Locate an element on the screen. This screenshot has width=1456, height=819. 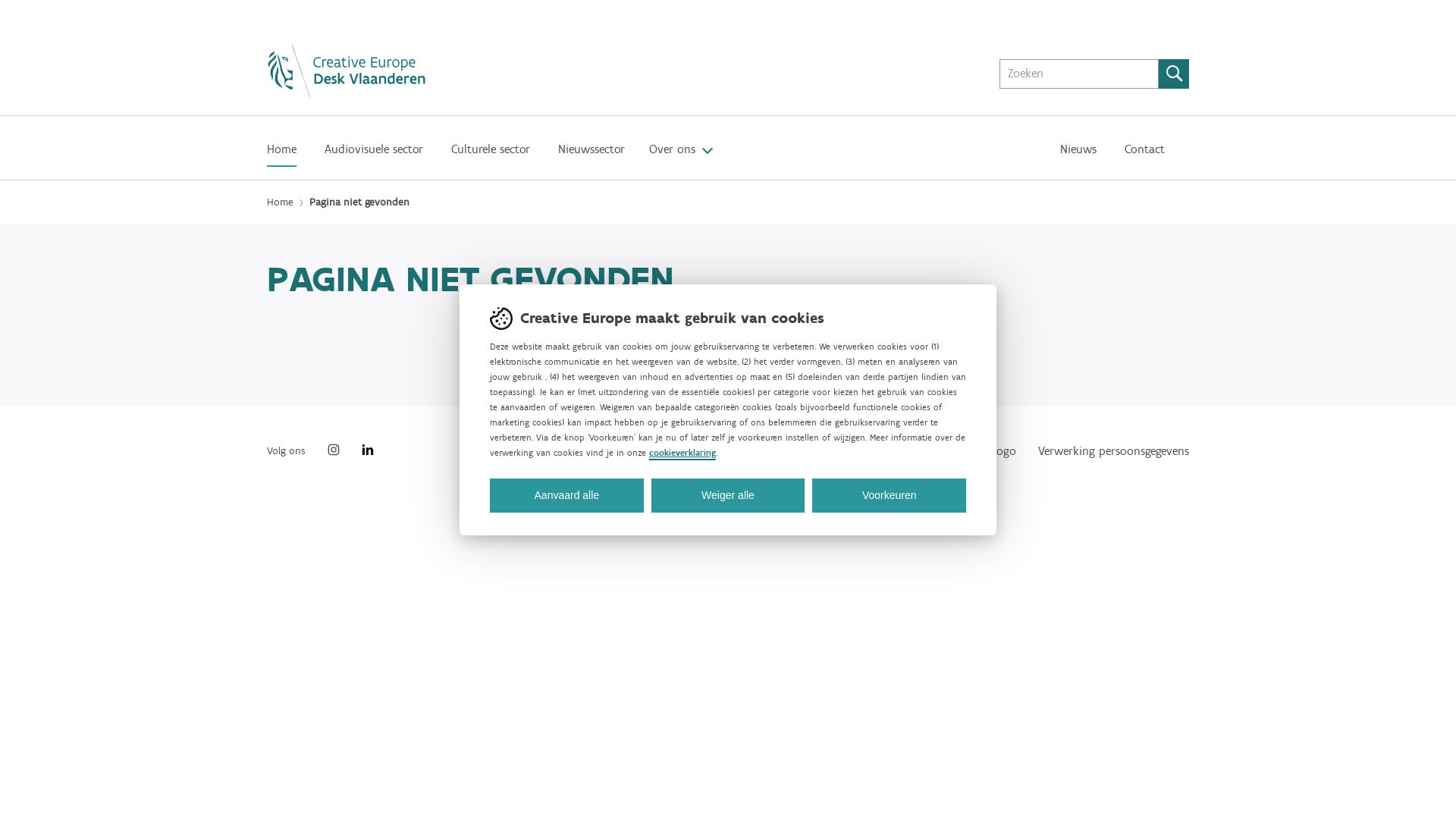
'cookieverklaring' is located at coordinates (682, 453).